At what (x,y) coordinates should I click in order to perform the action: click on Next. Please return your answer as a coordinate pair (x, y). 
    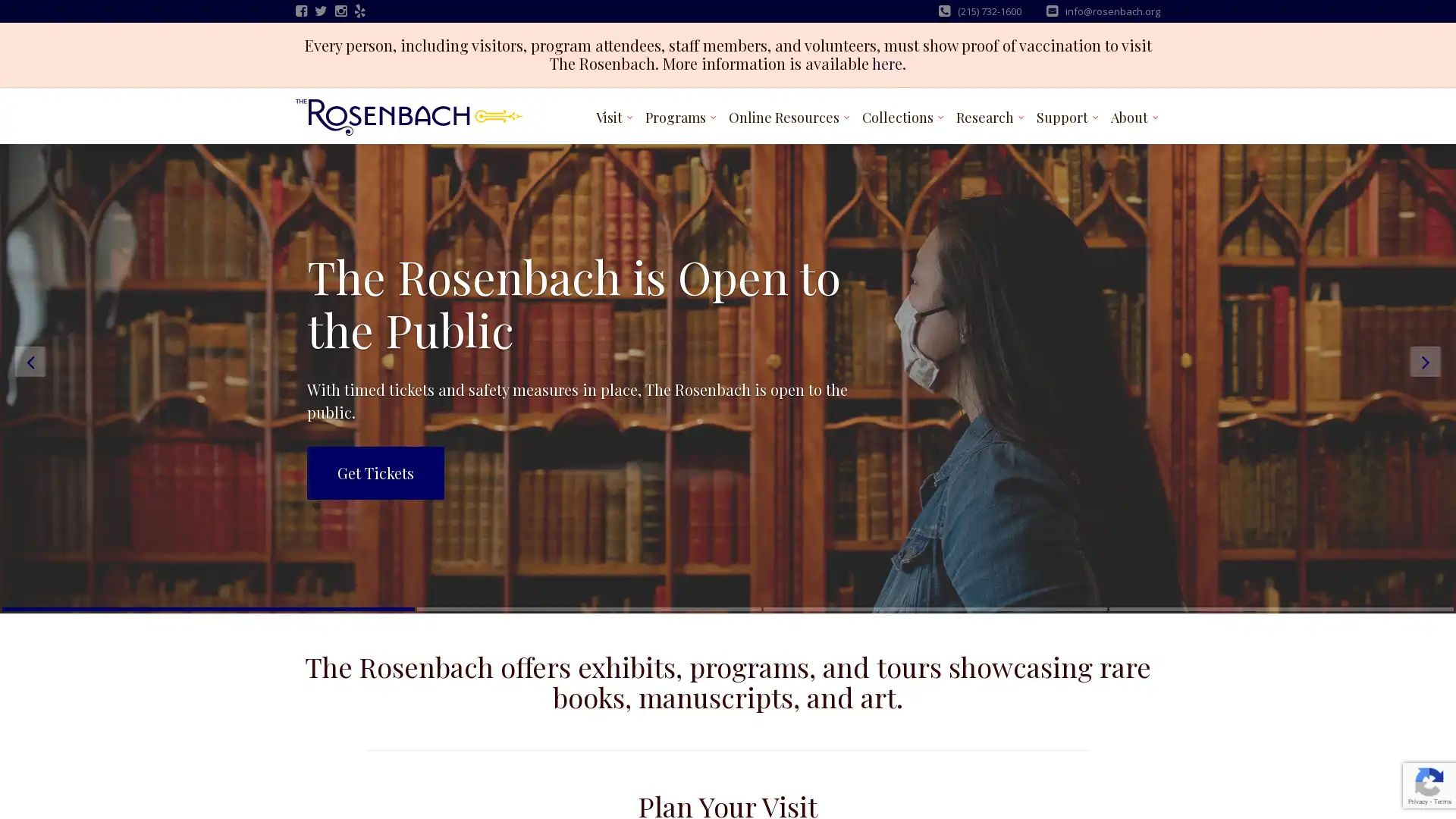
    Looking at the image, I should click on (1425, 366).